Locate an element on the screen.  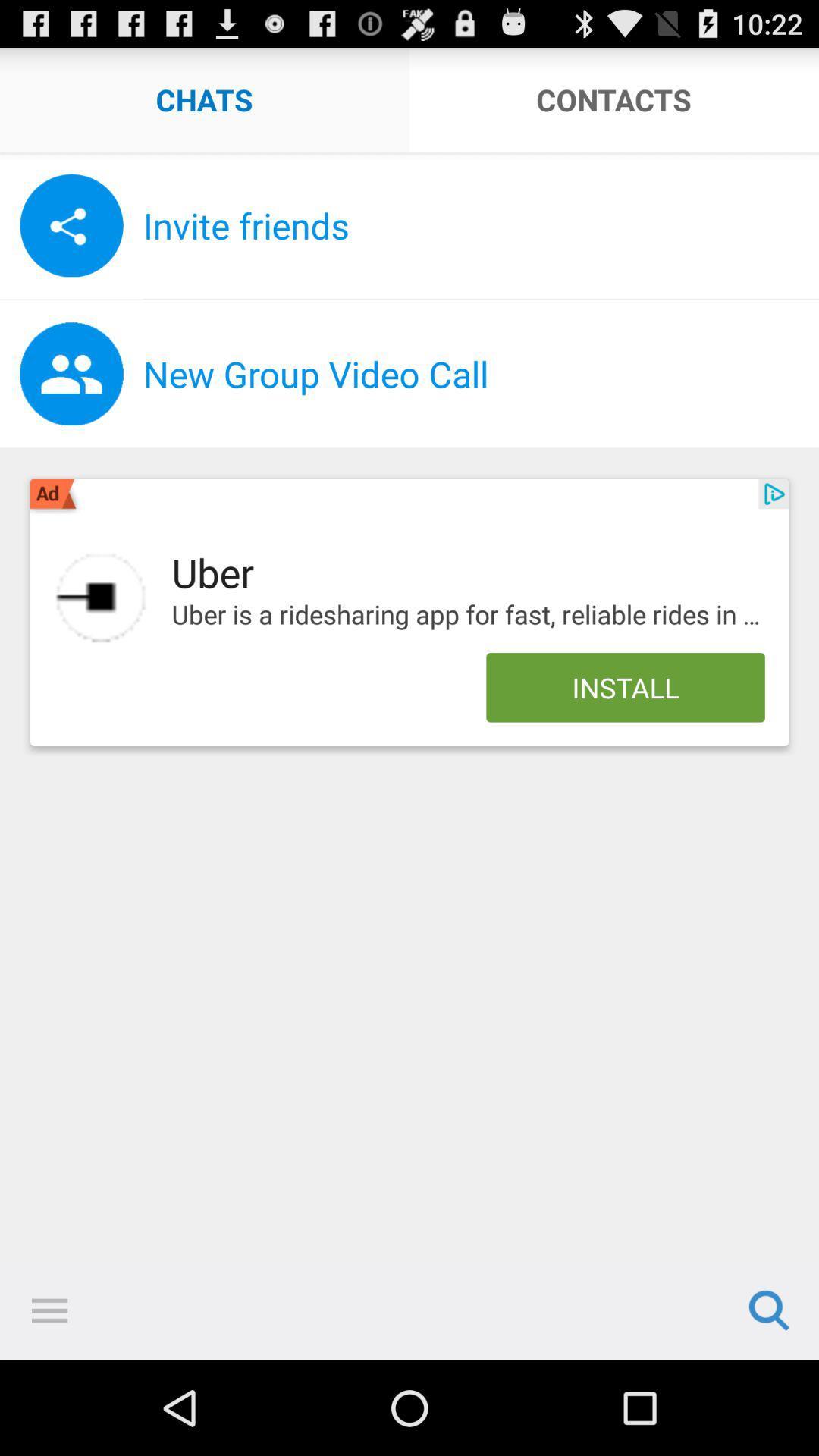
item next to the uber icon is located at coordinates (101, 597).